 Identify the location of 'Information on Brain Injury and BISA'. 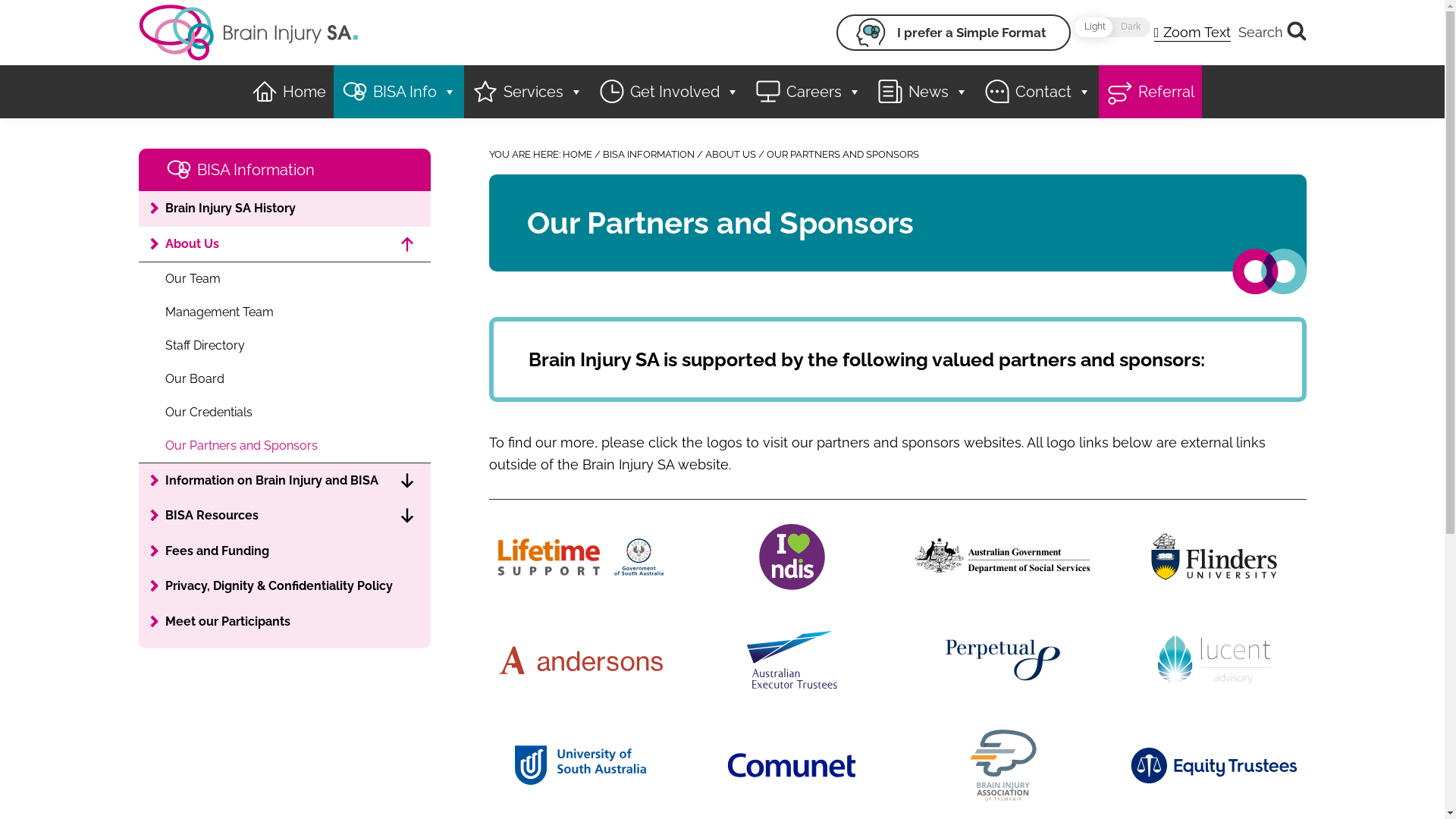
(284, 480).